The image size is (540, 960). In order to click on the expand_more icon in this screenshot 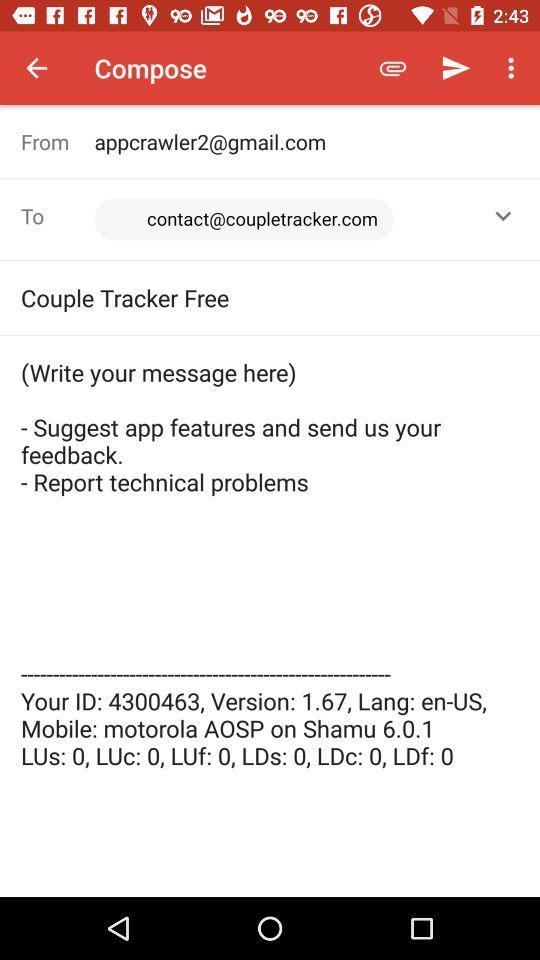, I will do `click(502, 216)`.